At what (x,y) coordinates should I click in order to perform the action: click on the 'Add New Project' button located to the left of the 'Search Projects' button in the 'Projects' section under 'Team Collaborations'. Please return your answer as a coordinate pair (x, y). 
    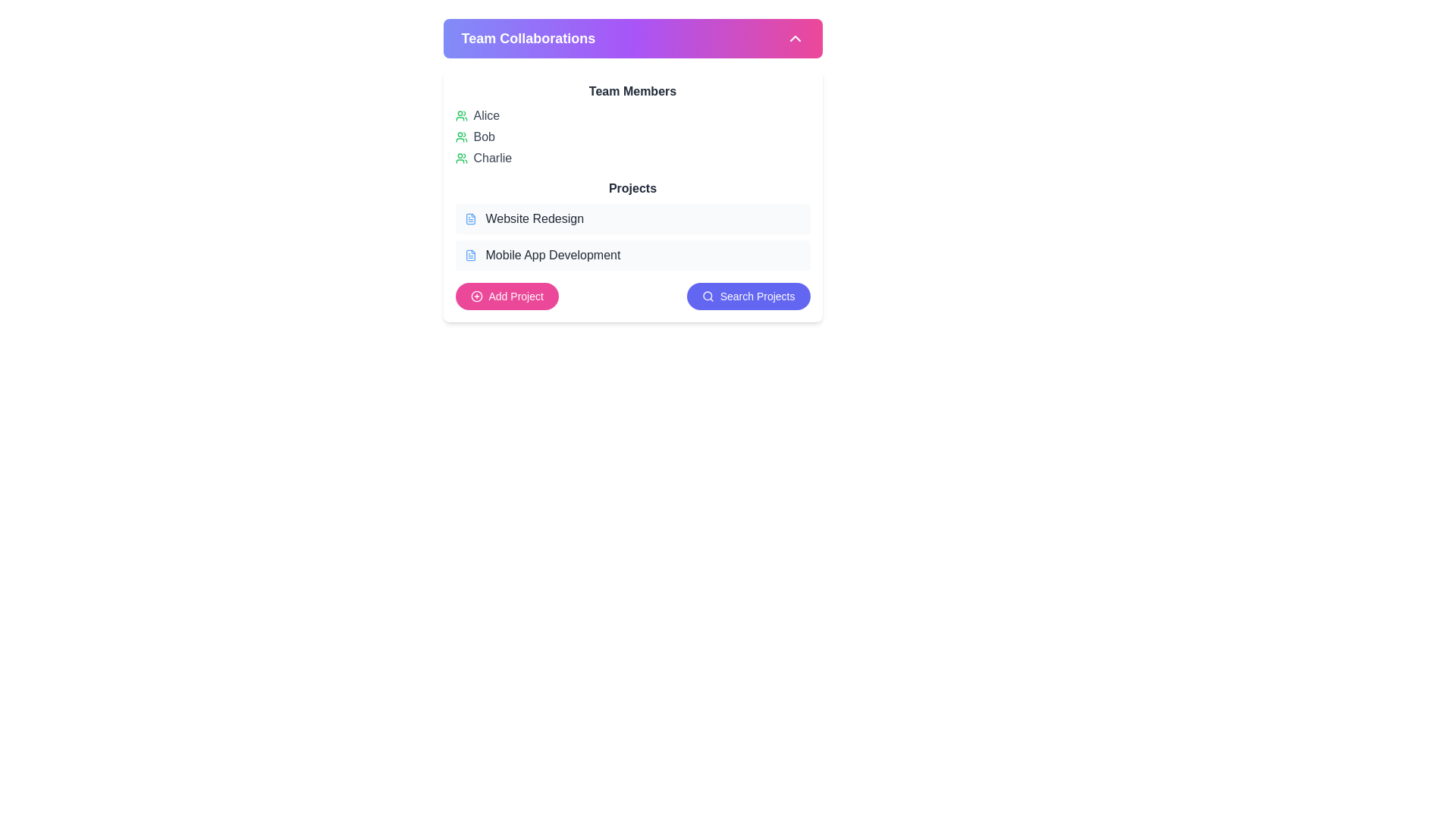
    Looking at the image, I should click on (507, 296).